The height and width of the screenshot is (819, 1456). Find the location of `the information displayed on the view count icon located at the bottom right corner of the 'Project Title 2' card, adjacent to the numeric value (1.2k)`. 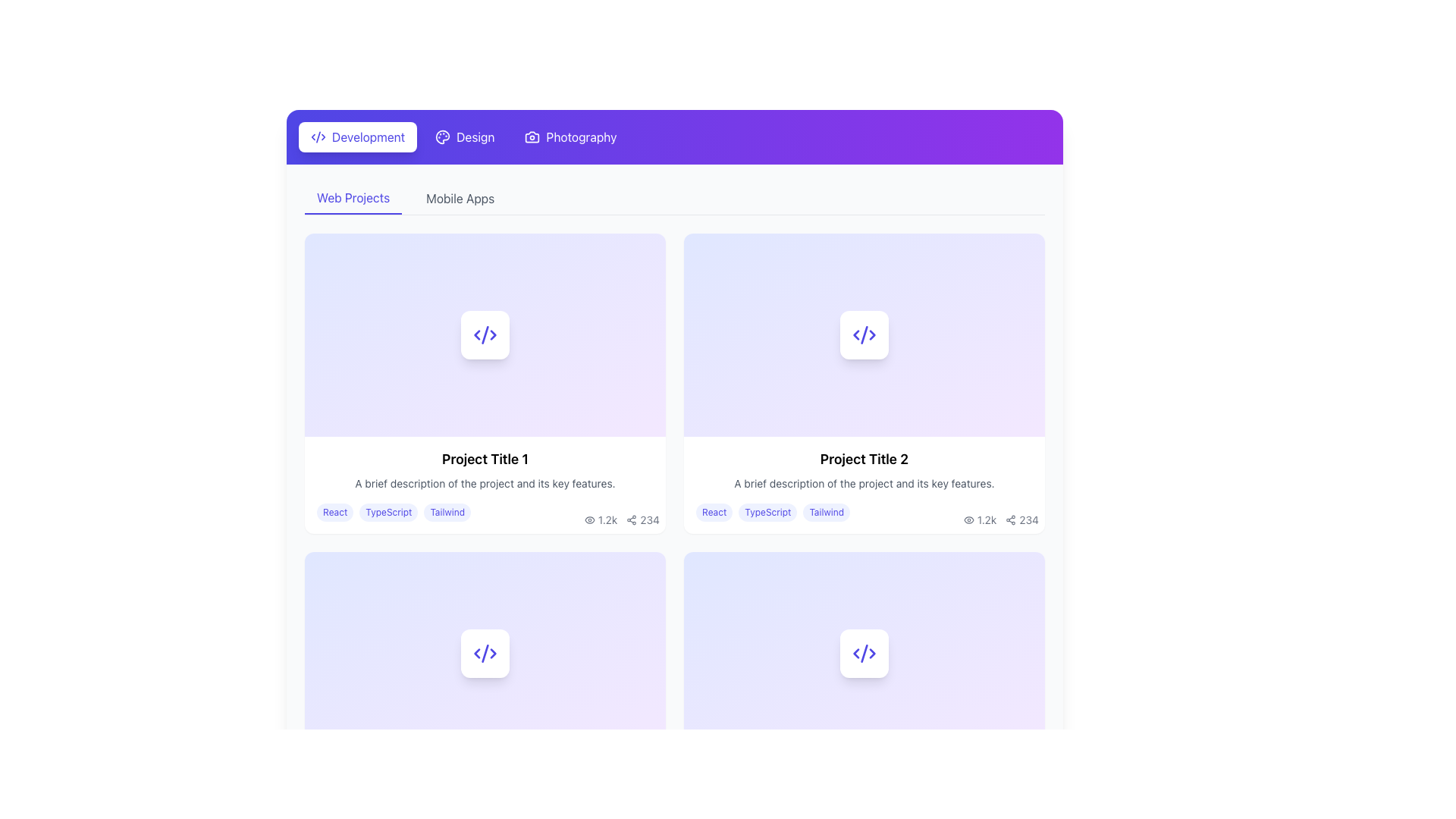

the information displayed on the view count icon located at the bottom right corner of the 'Project Title 2' card, adjacent to the numeric value (1.2k) is located at coordinates (968, 519).